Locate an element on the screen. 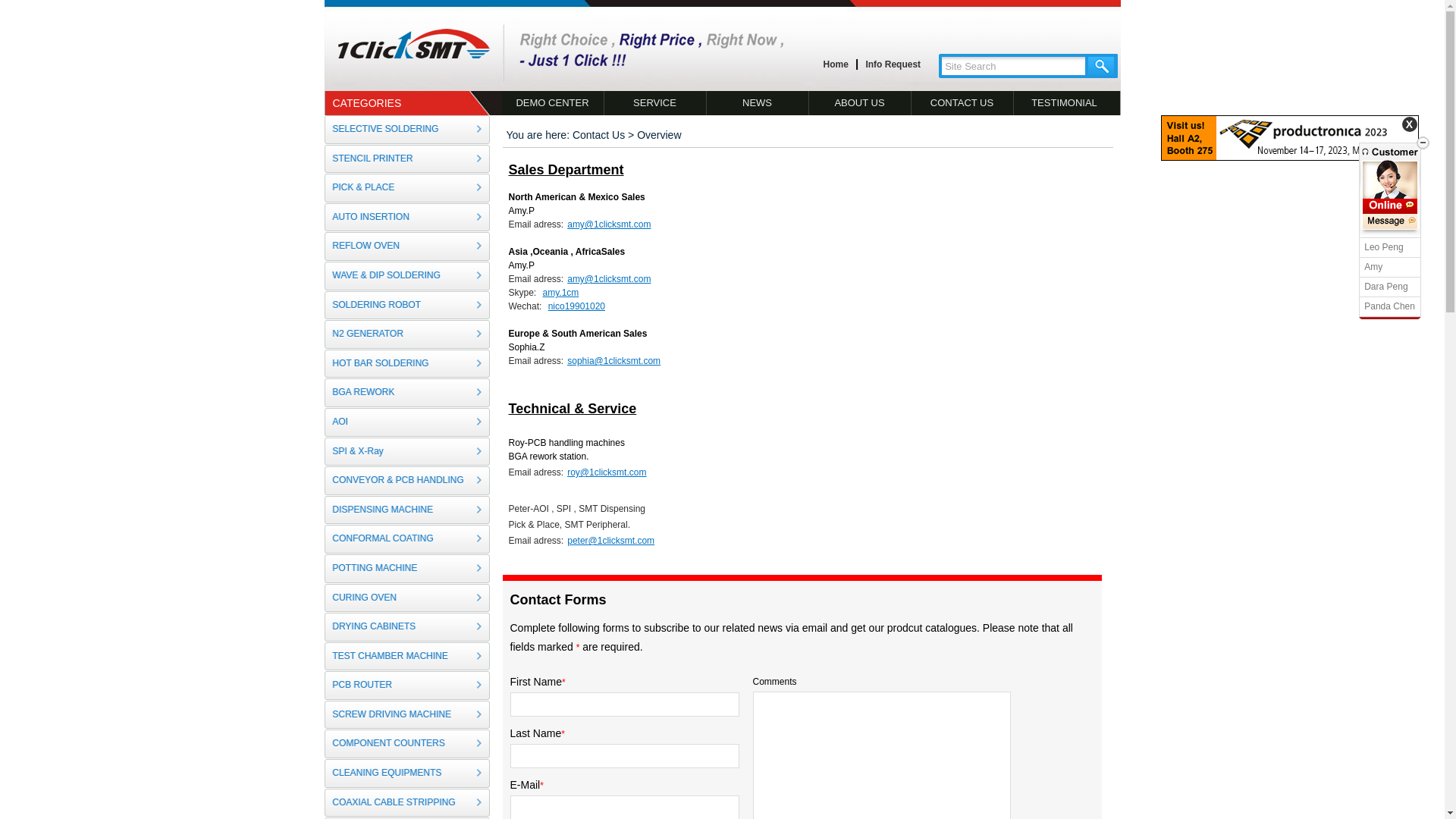 Image resolution: width=1456 pixels, height=819 pixels. 'STENCIL PRINTER' is located at coordinates (407, 158).